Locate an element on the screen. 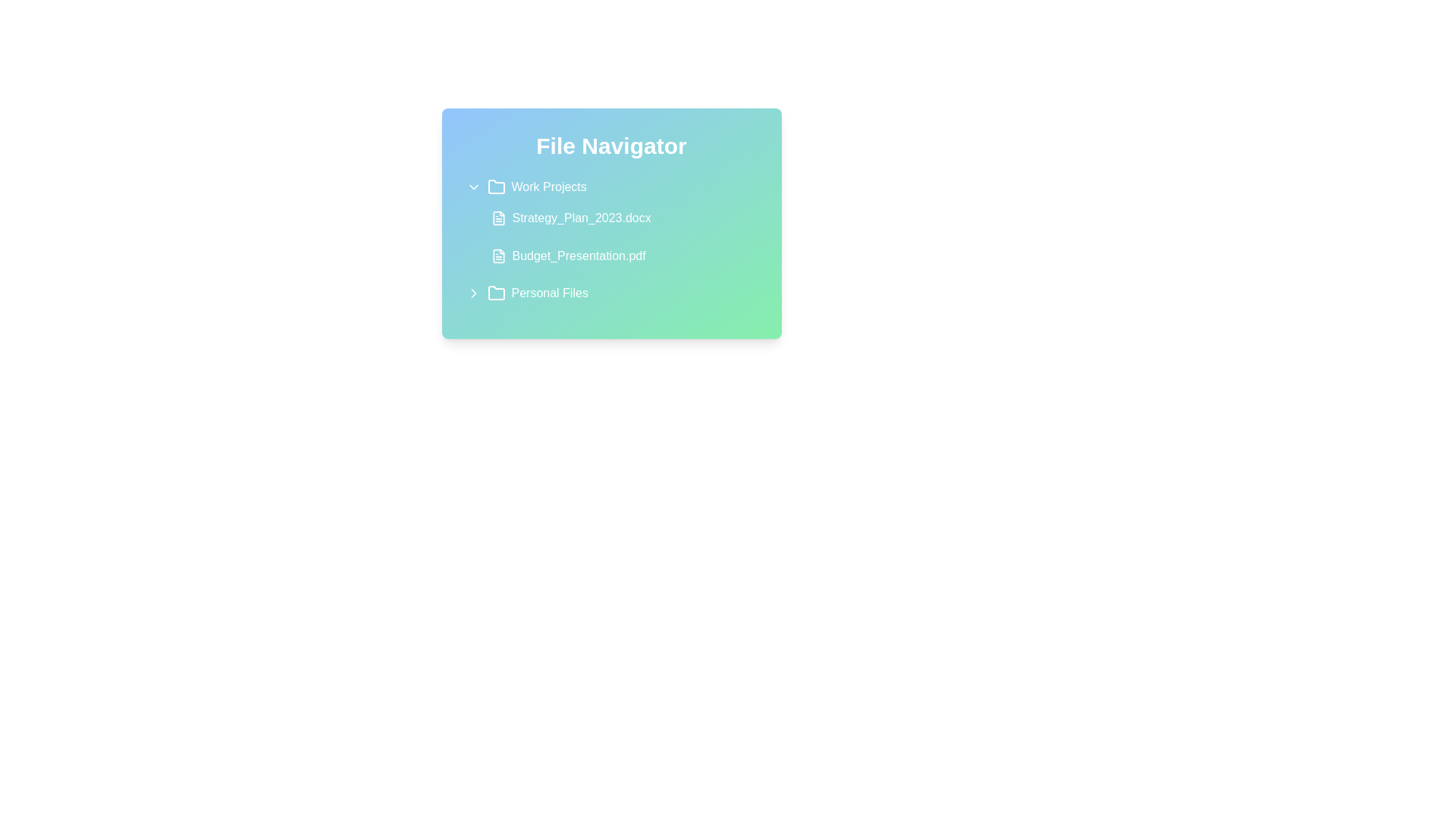 The height and width of the screenshot is (819, 1456). the file Strategy_Plan_2023.docx to see its hover effect is located at coordinates (620, 218).